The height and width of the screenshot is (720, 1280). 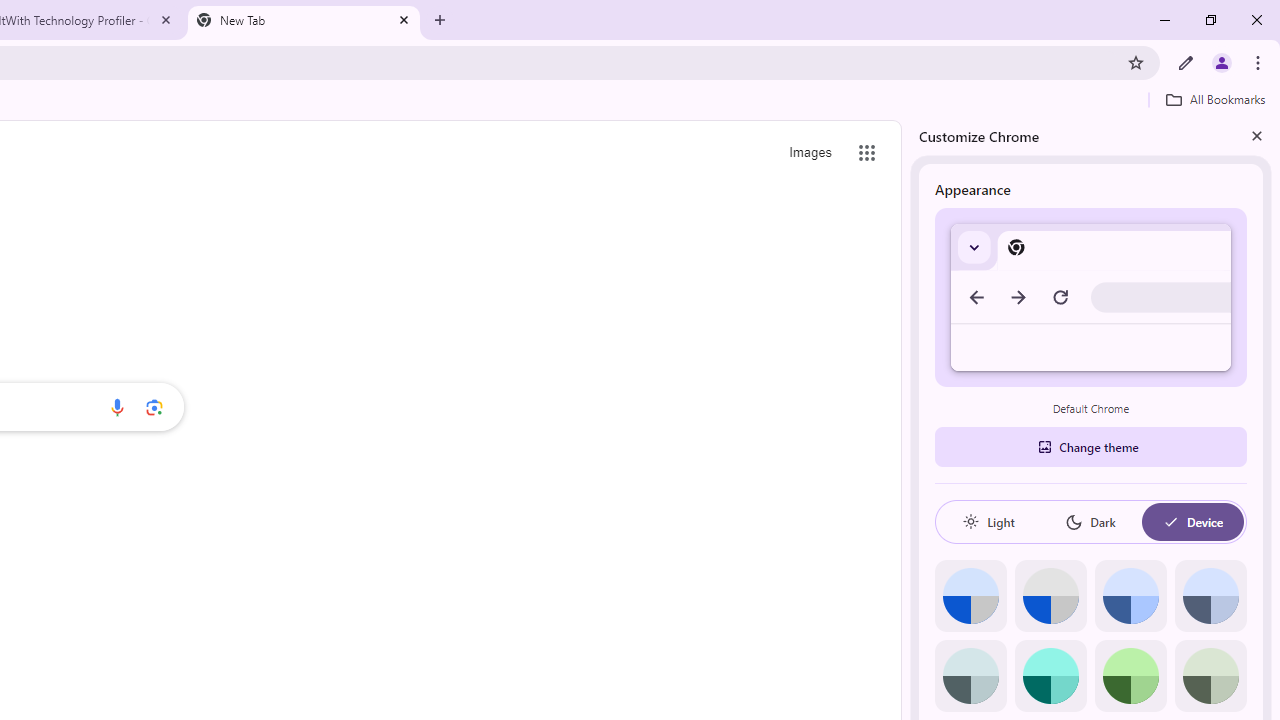 What do you see at coordinates (1192, 521) in the screenshot?
I see `'Device'` at bounding box center [1192, 521].